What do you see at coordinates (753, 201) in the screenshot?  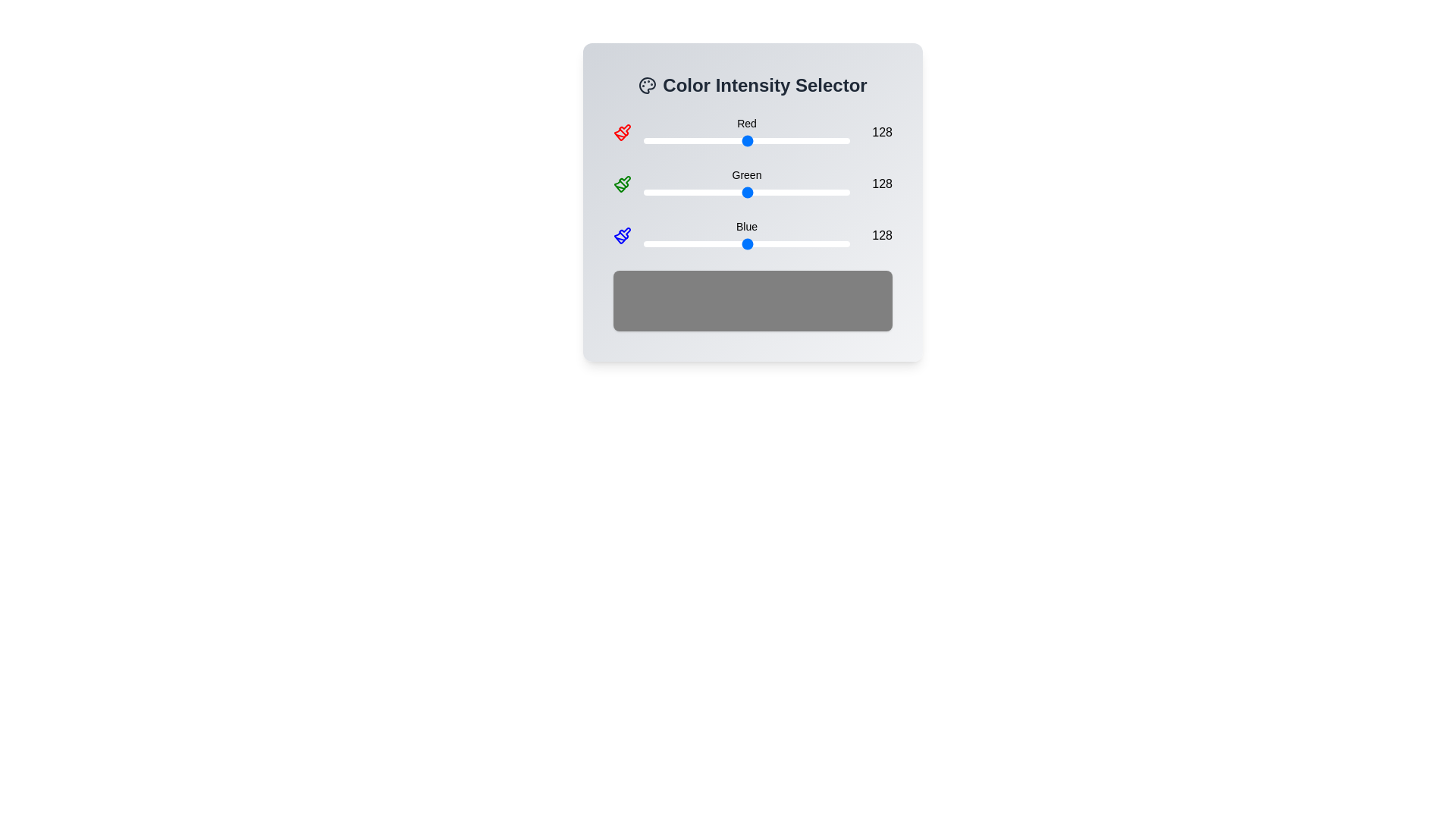 I see `the RGB color intensity adjustment panel` at bounding box center [753, 201].